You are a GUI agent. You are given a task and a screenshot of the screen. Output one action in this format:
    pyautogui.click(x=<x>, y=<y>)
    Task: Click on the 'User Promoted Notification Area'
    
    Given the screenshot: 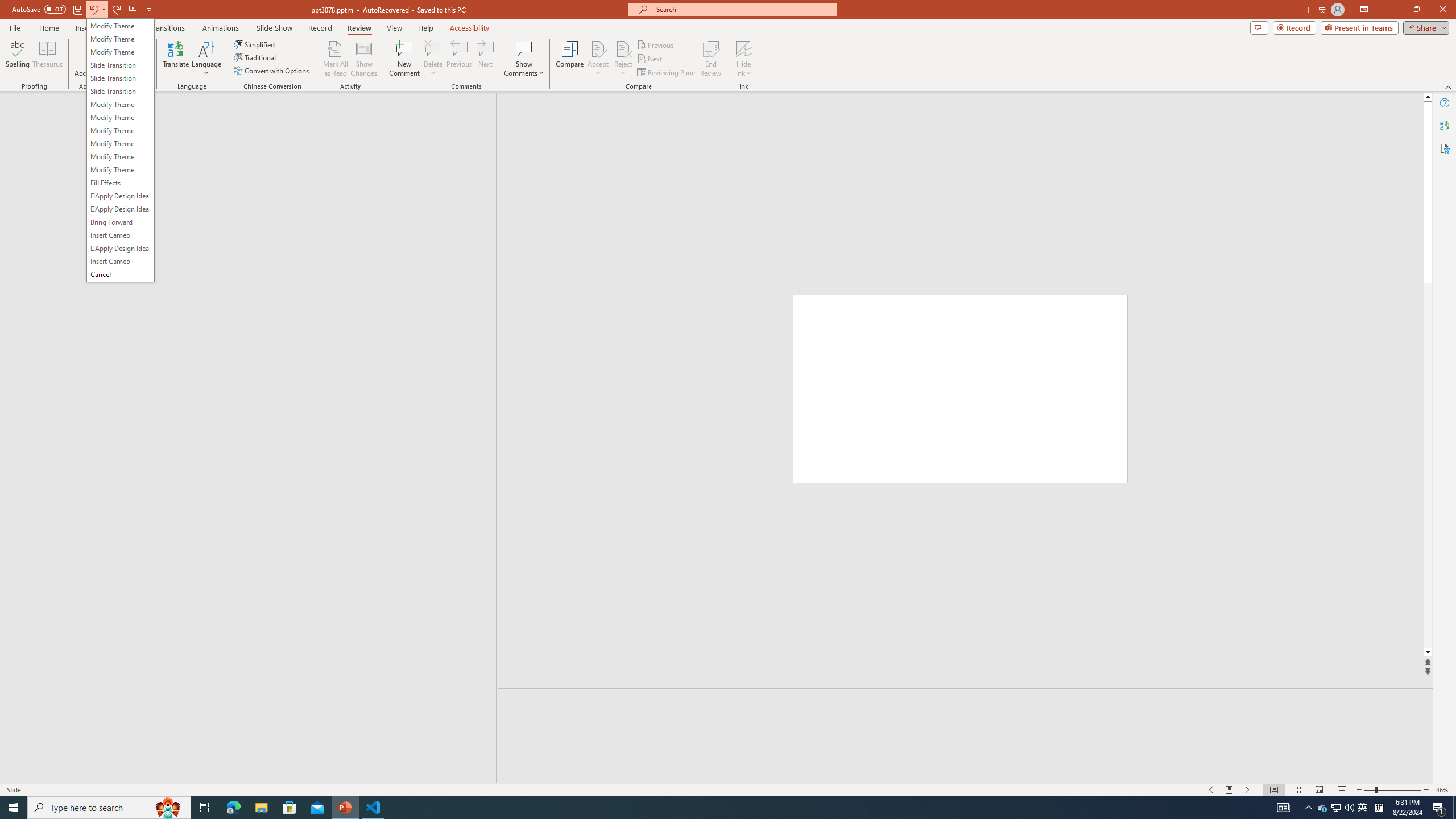 What is the action you would take?
    pyautogui.click(x=1336, y=806)
    